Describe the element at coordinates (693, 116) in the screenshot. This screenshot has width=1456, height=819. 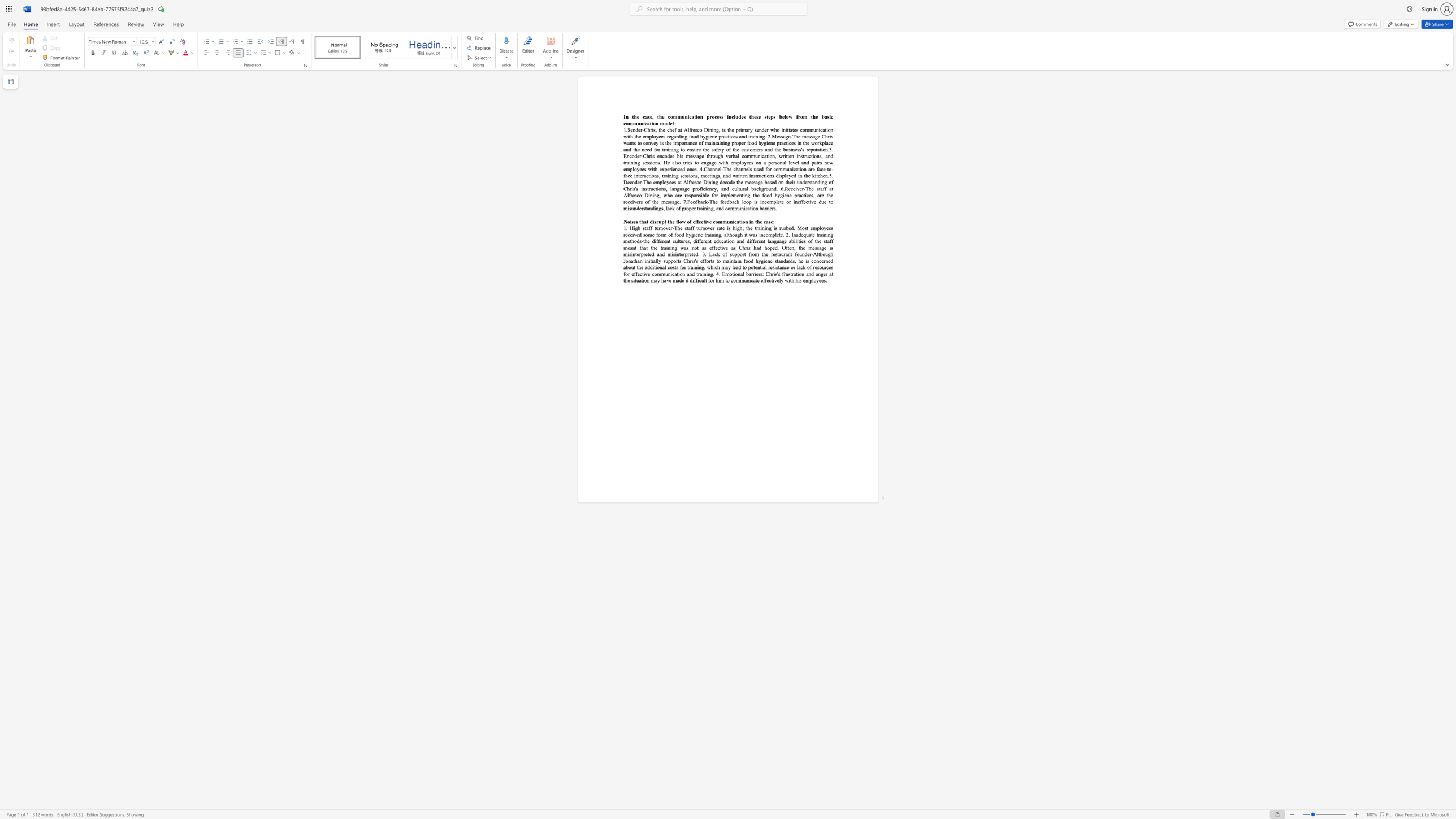
I see `the 2th character "a" in the text` at that location.